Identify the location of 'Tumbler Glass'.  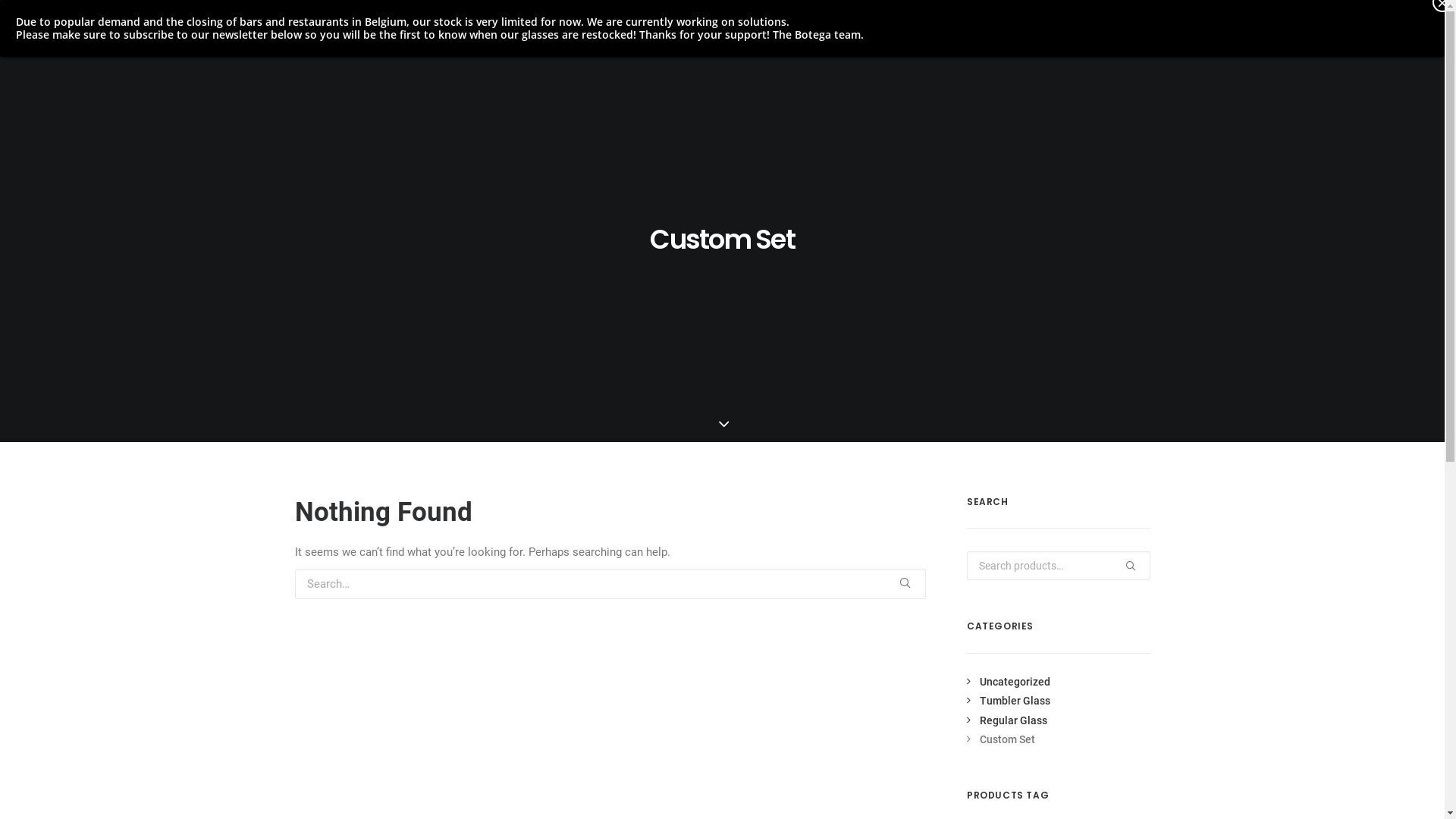
(1008, 701).